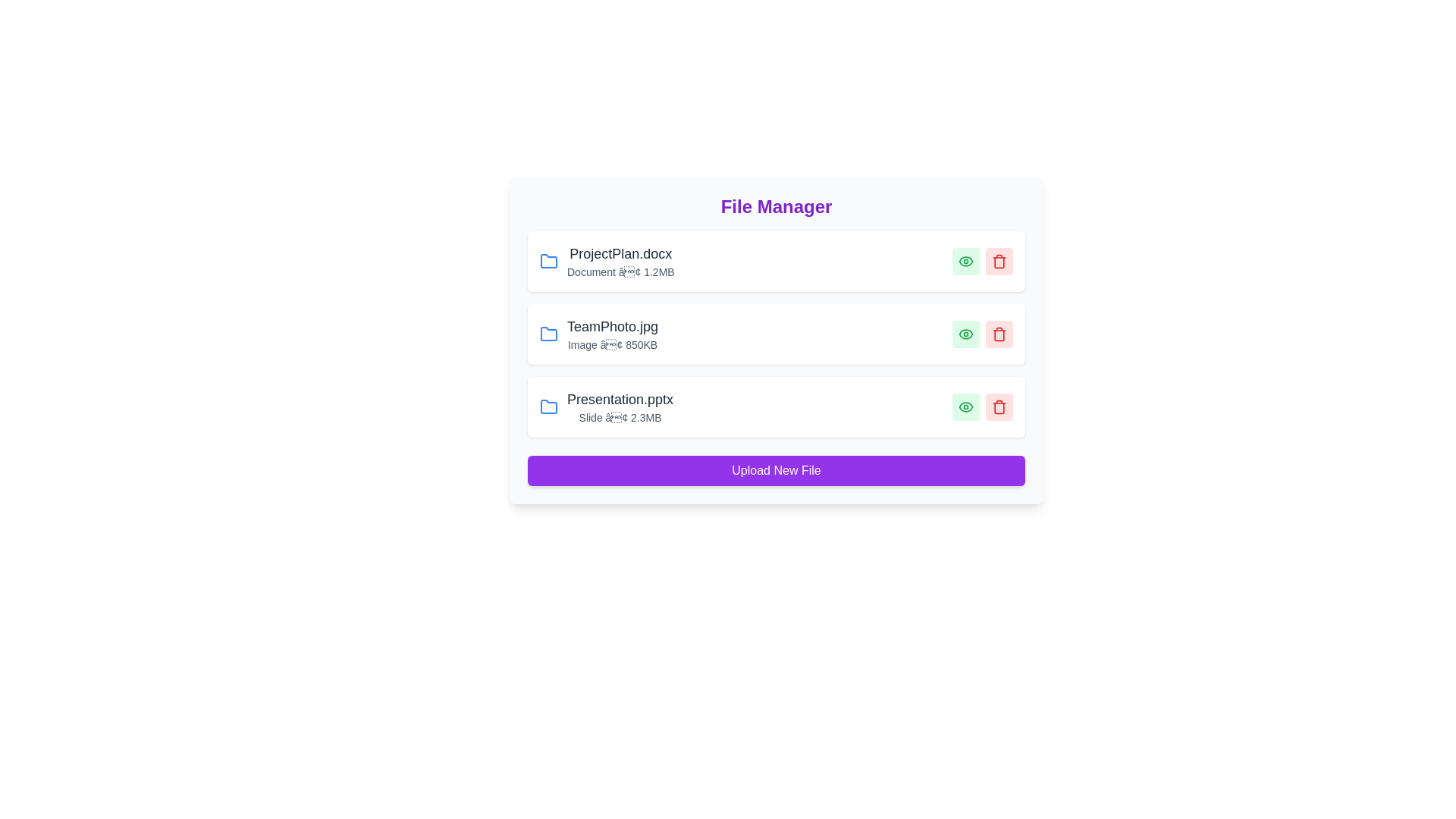 The image size is (1456, 819). Describe the element at coordinates (607, 260) in the screenshot. I see `the file ProjectPlan.docx to open its context menu` at that location.